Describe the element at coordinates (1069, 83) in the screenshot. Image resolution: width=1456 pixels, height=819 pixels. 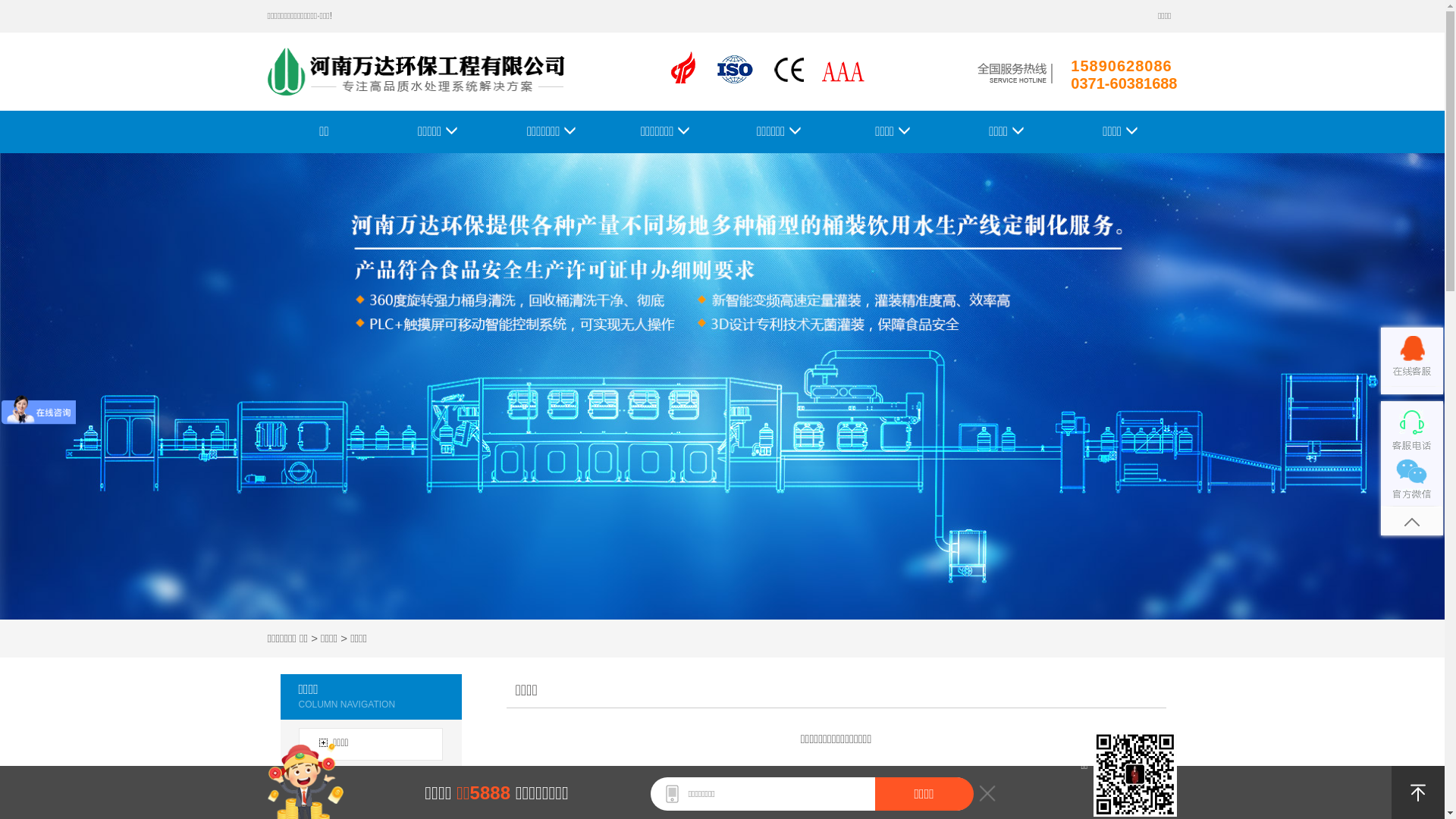
I see `'0371-60381688'` at that location.